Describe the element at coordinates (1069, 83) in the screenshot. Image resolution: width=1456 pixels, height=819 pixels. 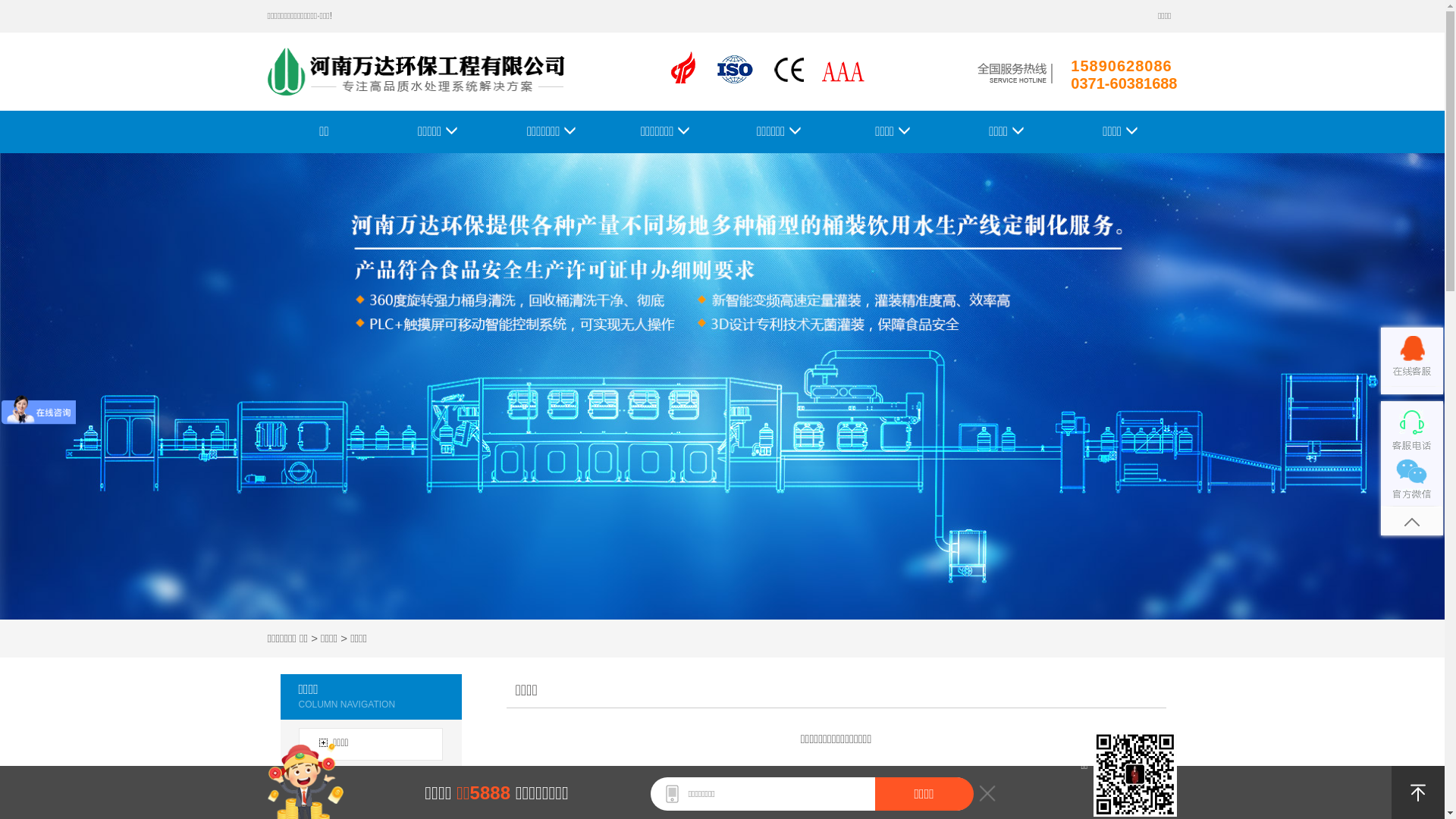
I see `'0371-60381688'` at that location.